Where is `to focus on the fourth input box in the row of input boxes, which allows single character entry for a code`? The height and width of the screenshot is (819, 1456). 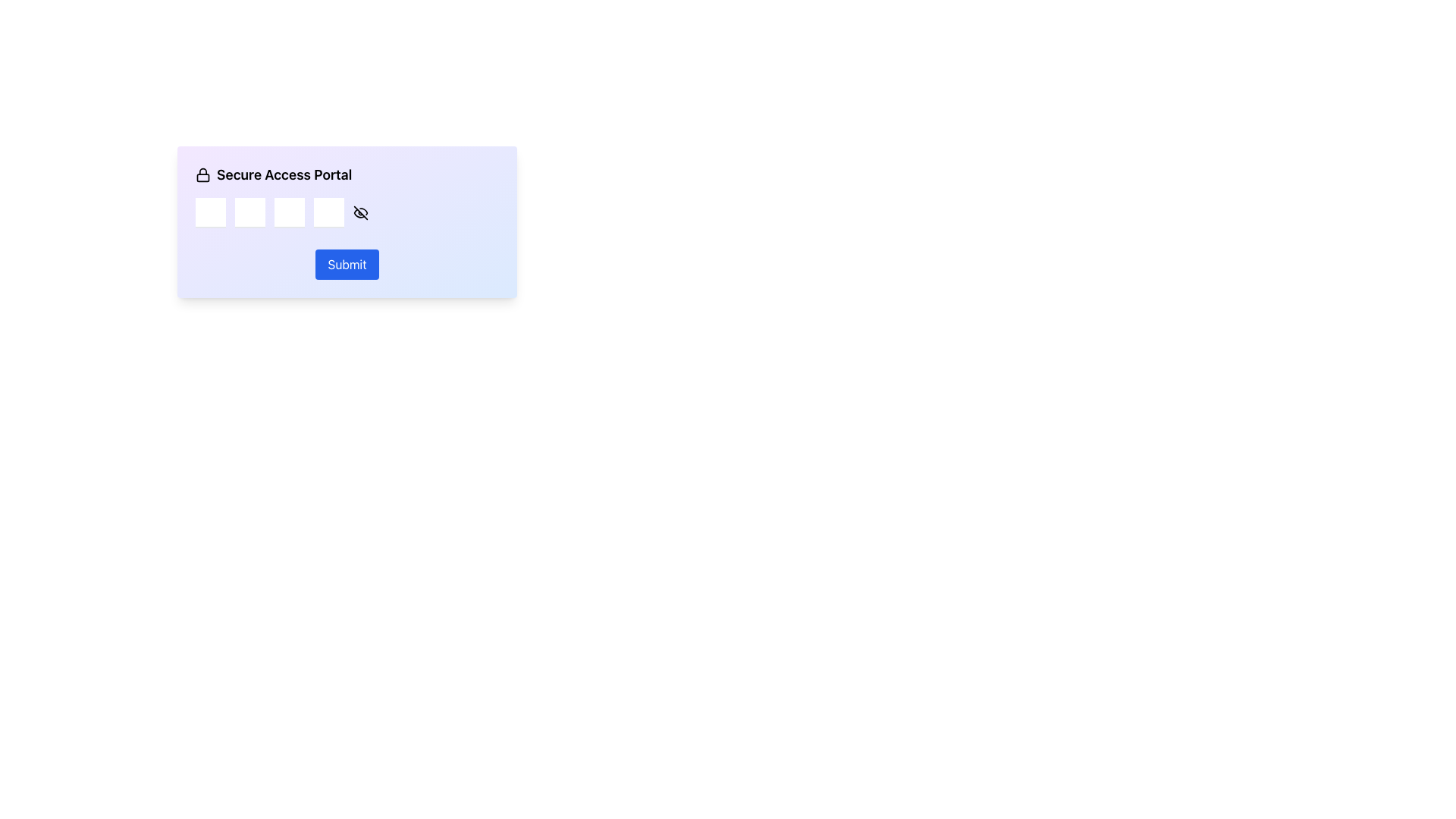
to focus on the fourth input box in the row of input boxes, which allows single character entry for a code is located at coordinates (328, 213).